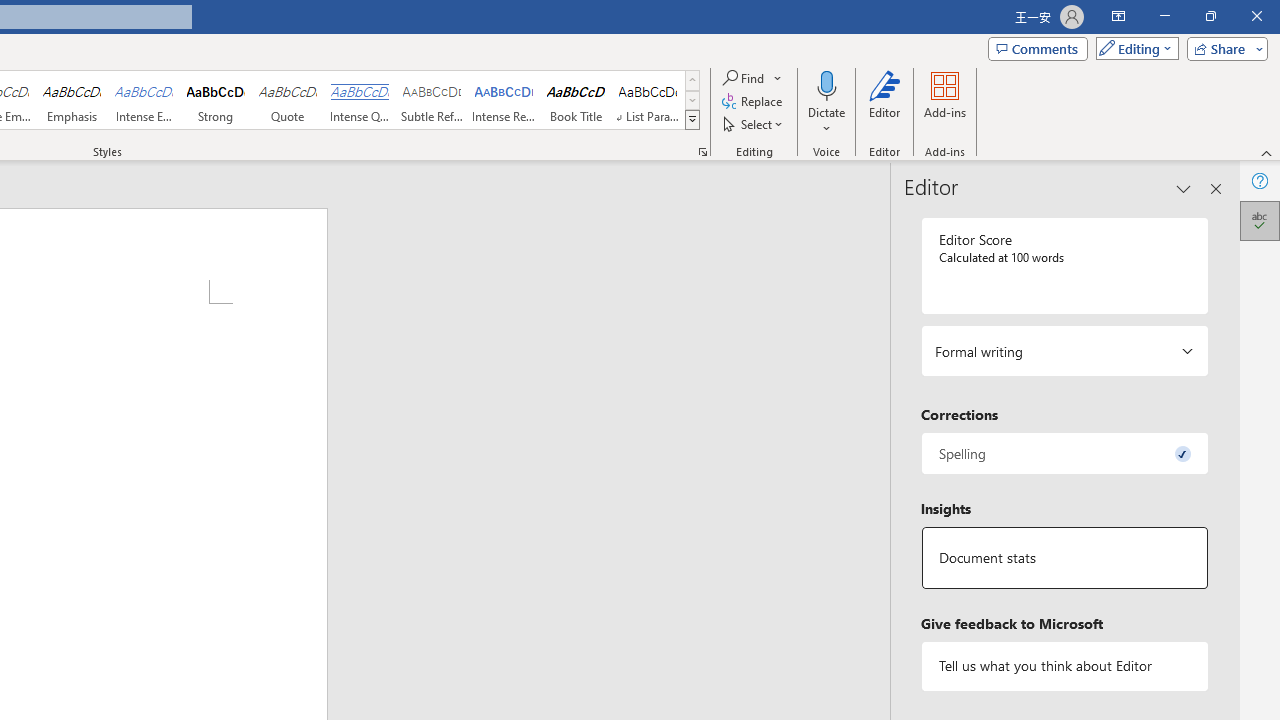 Image resolution: width=1280 pixels, height=720 pixels. Describe the element at coordinates (1063, 453) in the screenshot. I see `'Spelling, 0 issues. Press space or enter to review items.'` at that location.